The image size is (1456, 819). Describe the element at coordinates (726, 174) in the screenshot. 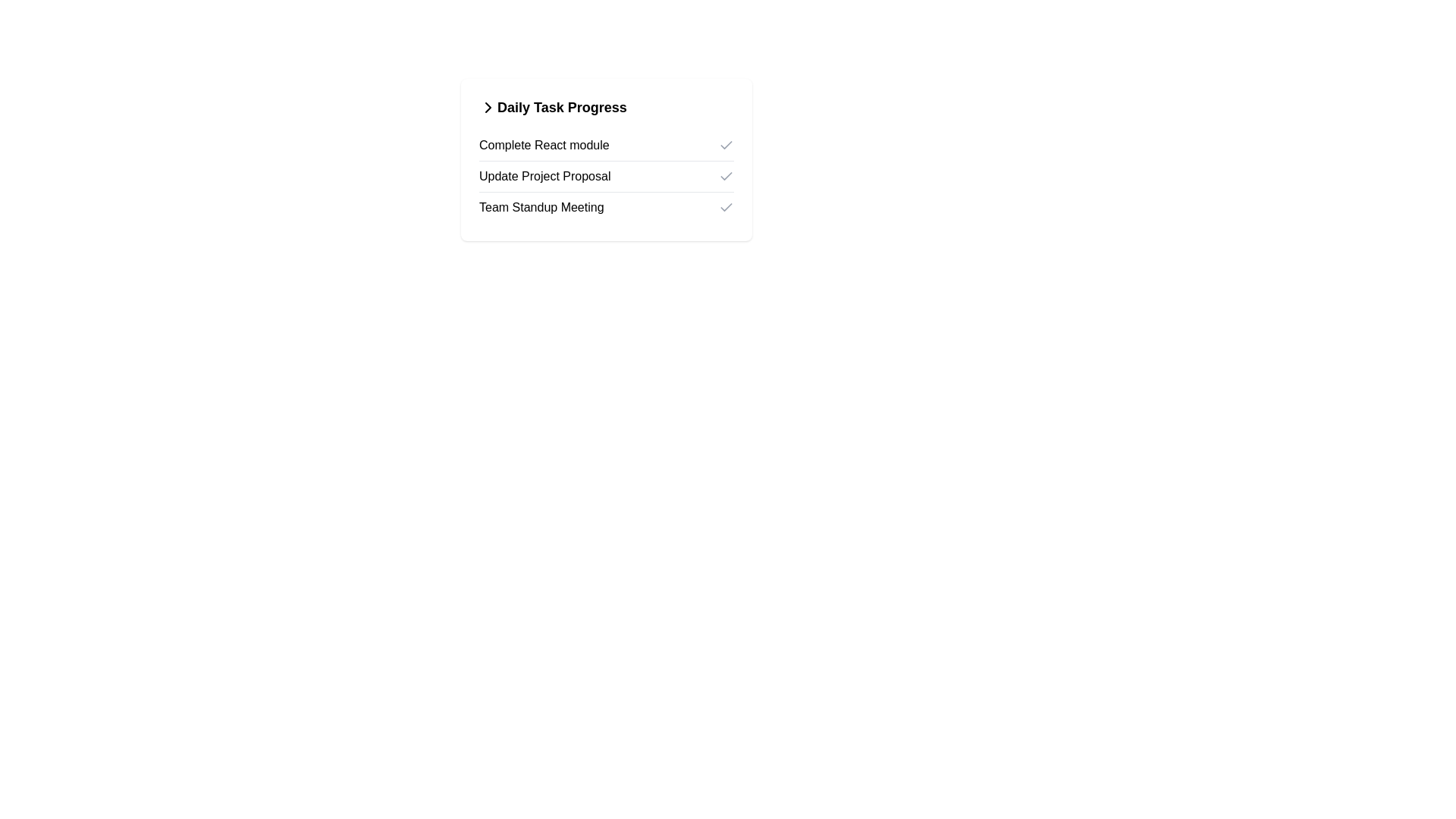

I see `the checkmark icon on the far-right side of the second item in the task list labeled 'Update Project Proposal' to mark it as completed` at that location.